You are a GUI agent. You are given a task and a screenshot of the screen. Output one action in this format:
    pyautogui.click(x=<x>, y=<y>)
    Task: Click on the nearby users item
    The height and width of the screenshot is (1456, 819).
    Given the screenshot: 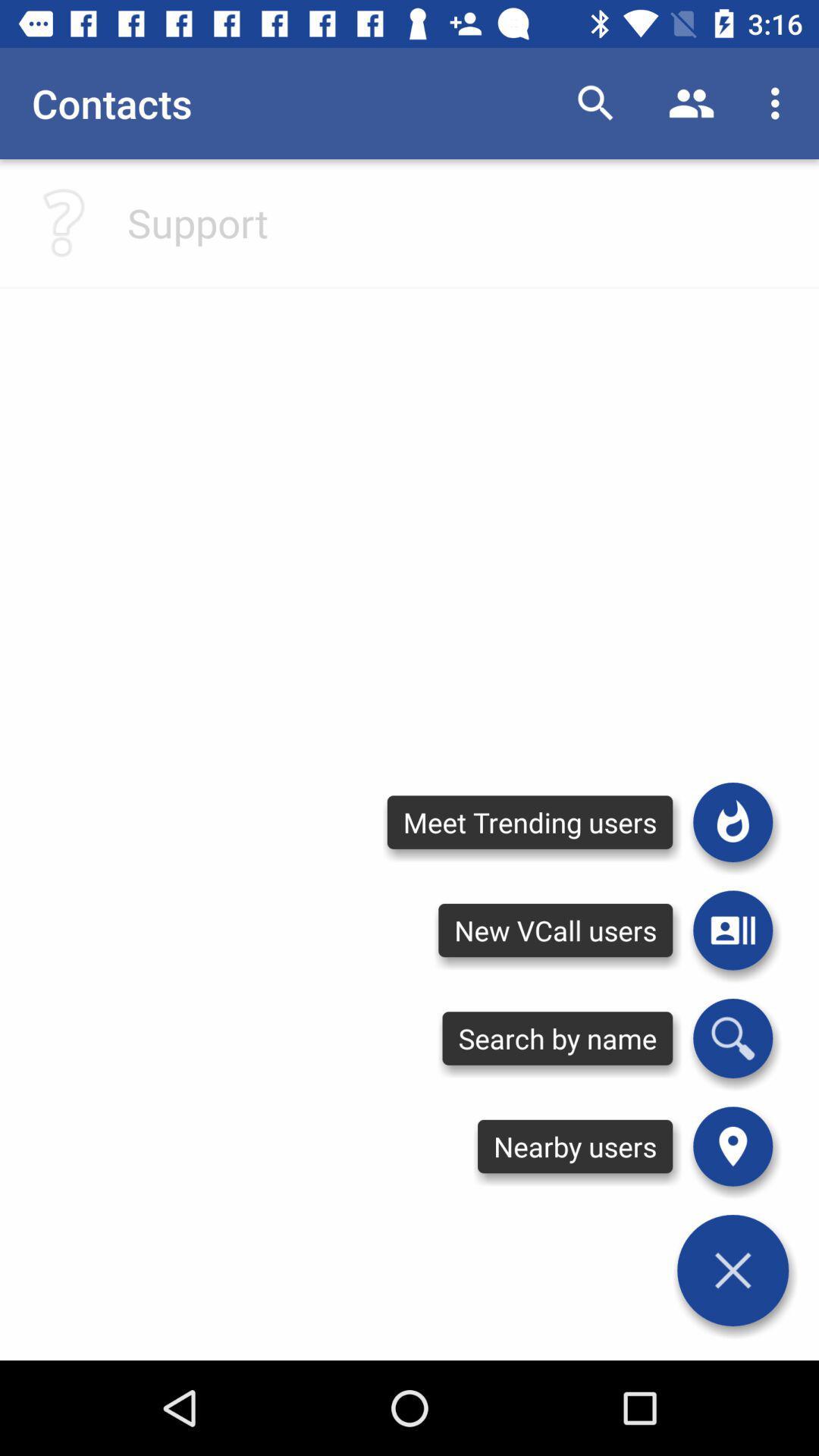 What is the action you would take?
    pyautogui.click(x=575, y=1147)
    